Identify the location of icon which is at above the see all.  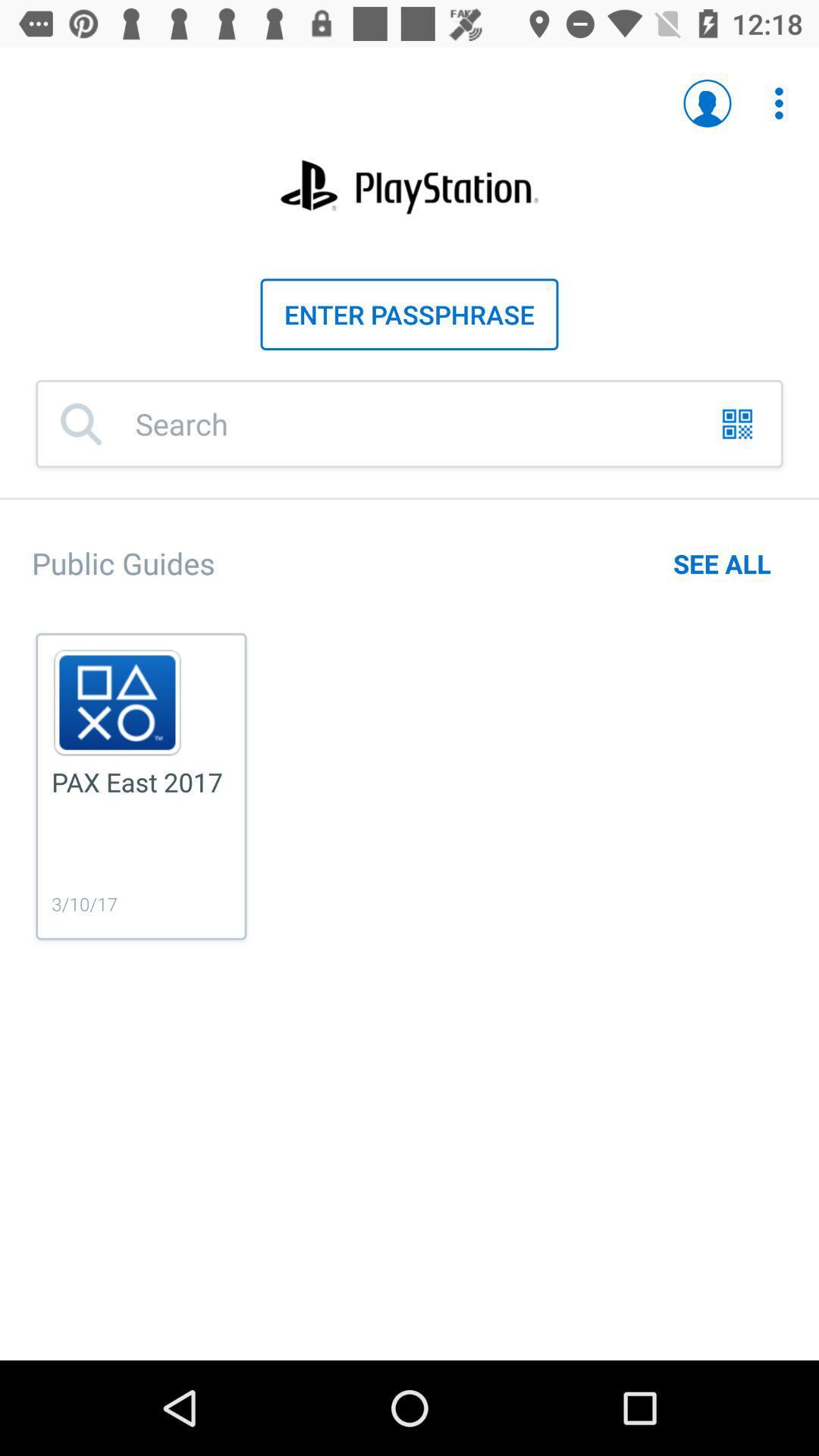
(736, 424).